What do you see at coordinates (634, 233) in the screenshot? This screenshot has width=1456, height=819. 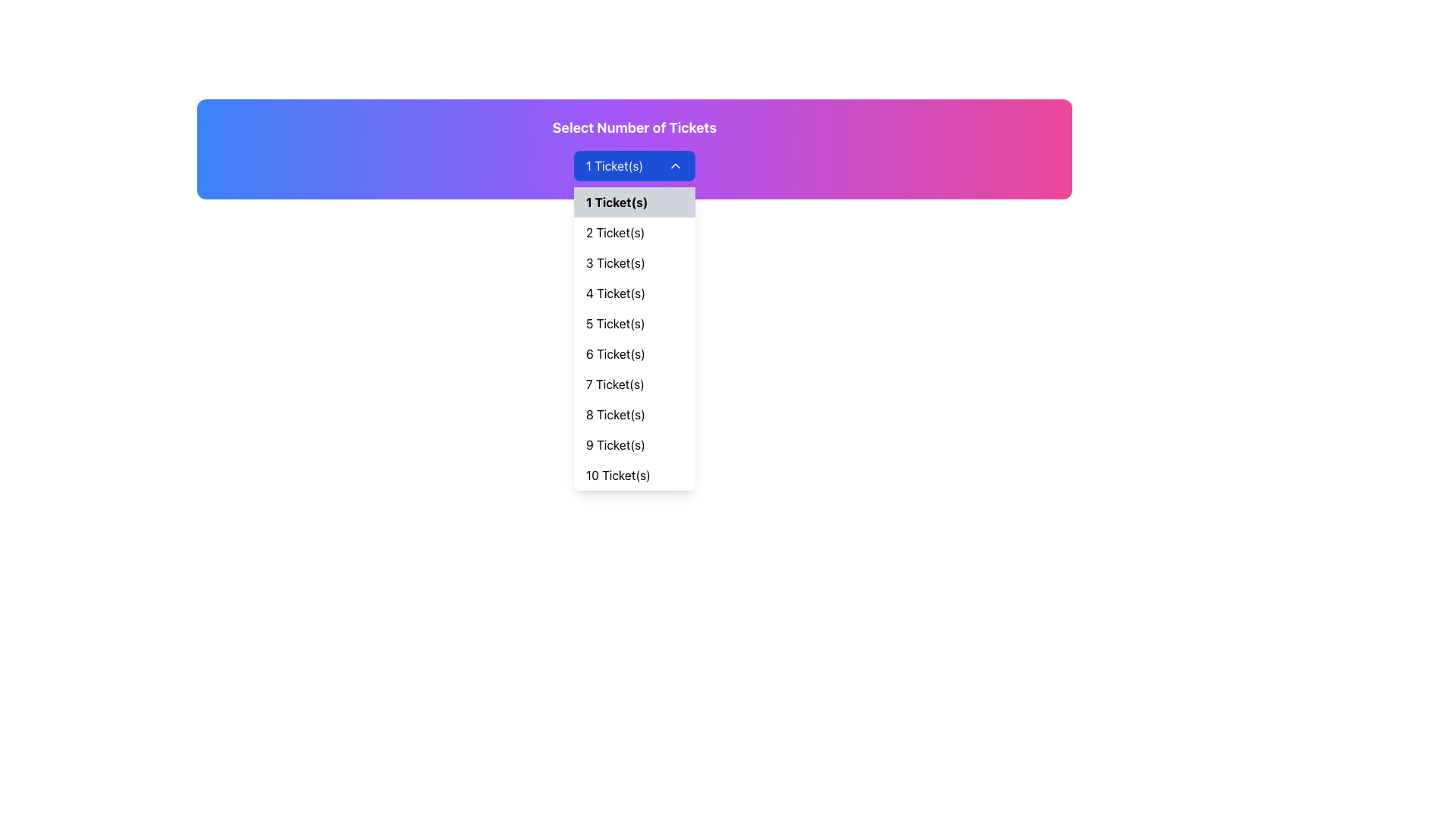 I see `to select the dropdown option displaying '2 Ticket(s)', which is the second item in the list` at bounding box center [634, 233].